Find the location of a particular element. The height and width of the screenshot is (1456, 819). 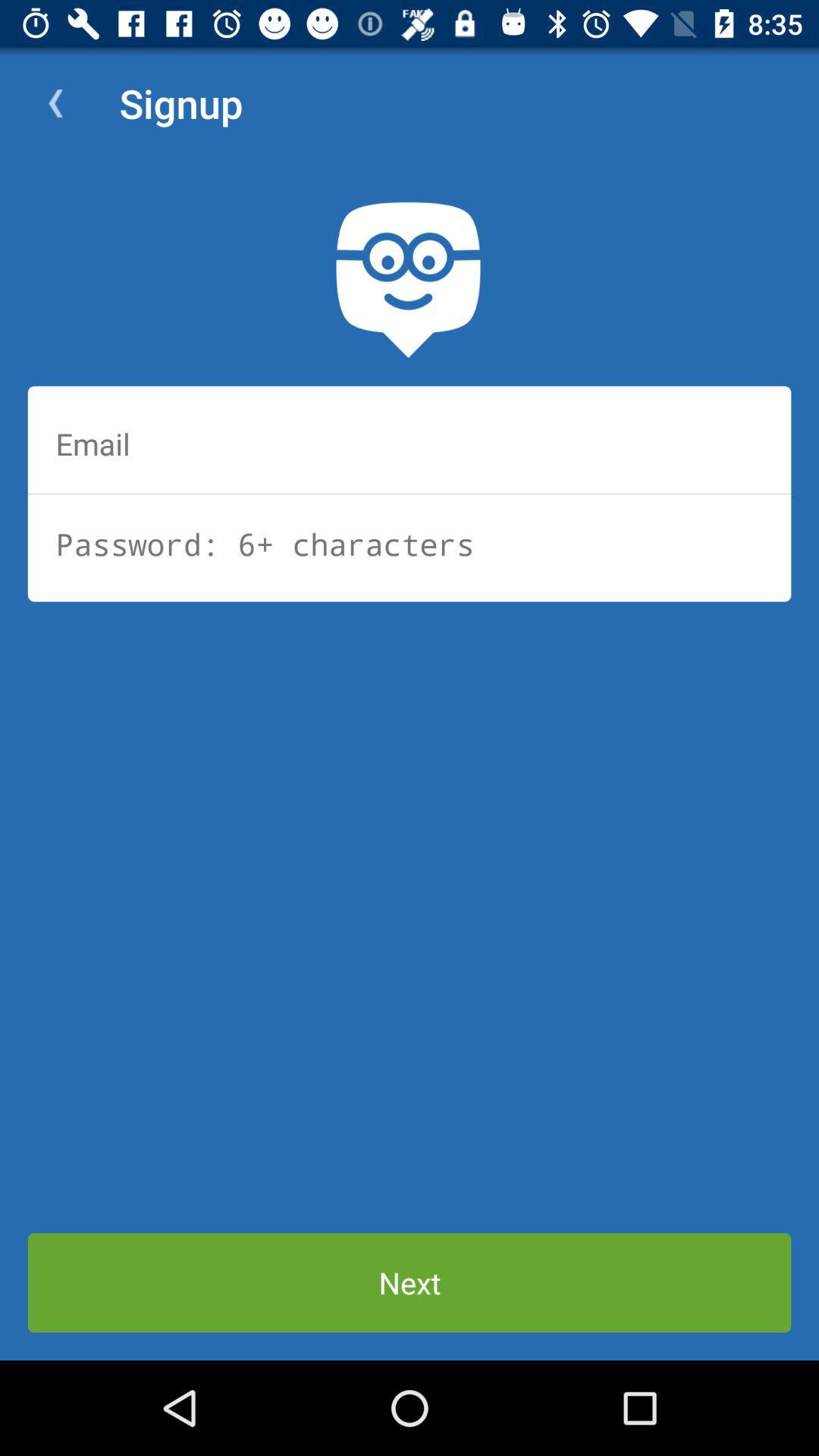

email field is located at coordinates (409, 443).